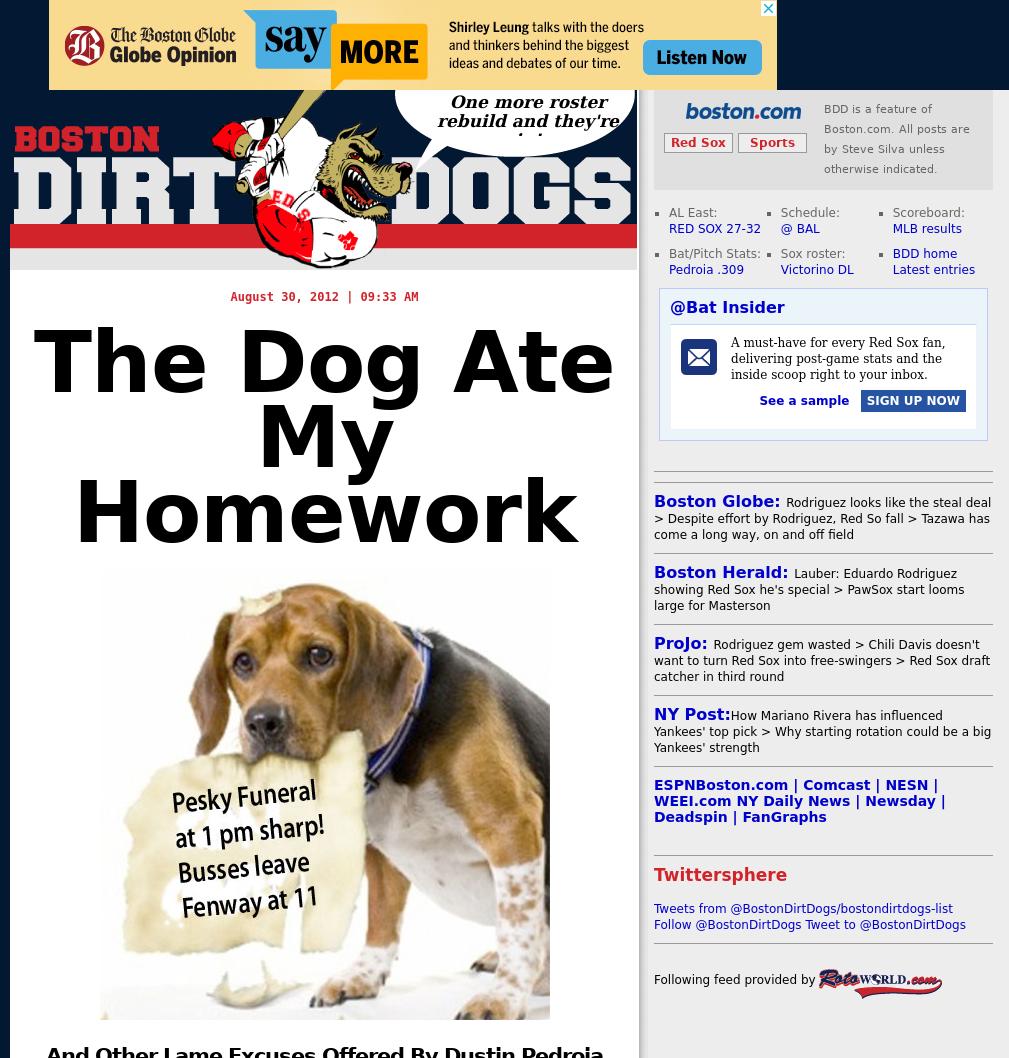 This screenshot has height=1058, width=1009. What do you see at coordinates (933, 269) in the screenshot?
I see `'Latest entries'` at bounding box center [933, 269].